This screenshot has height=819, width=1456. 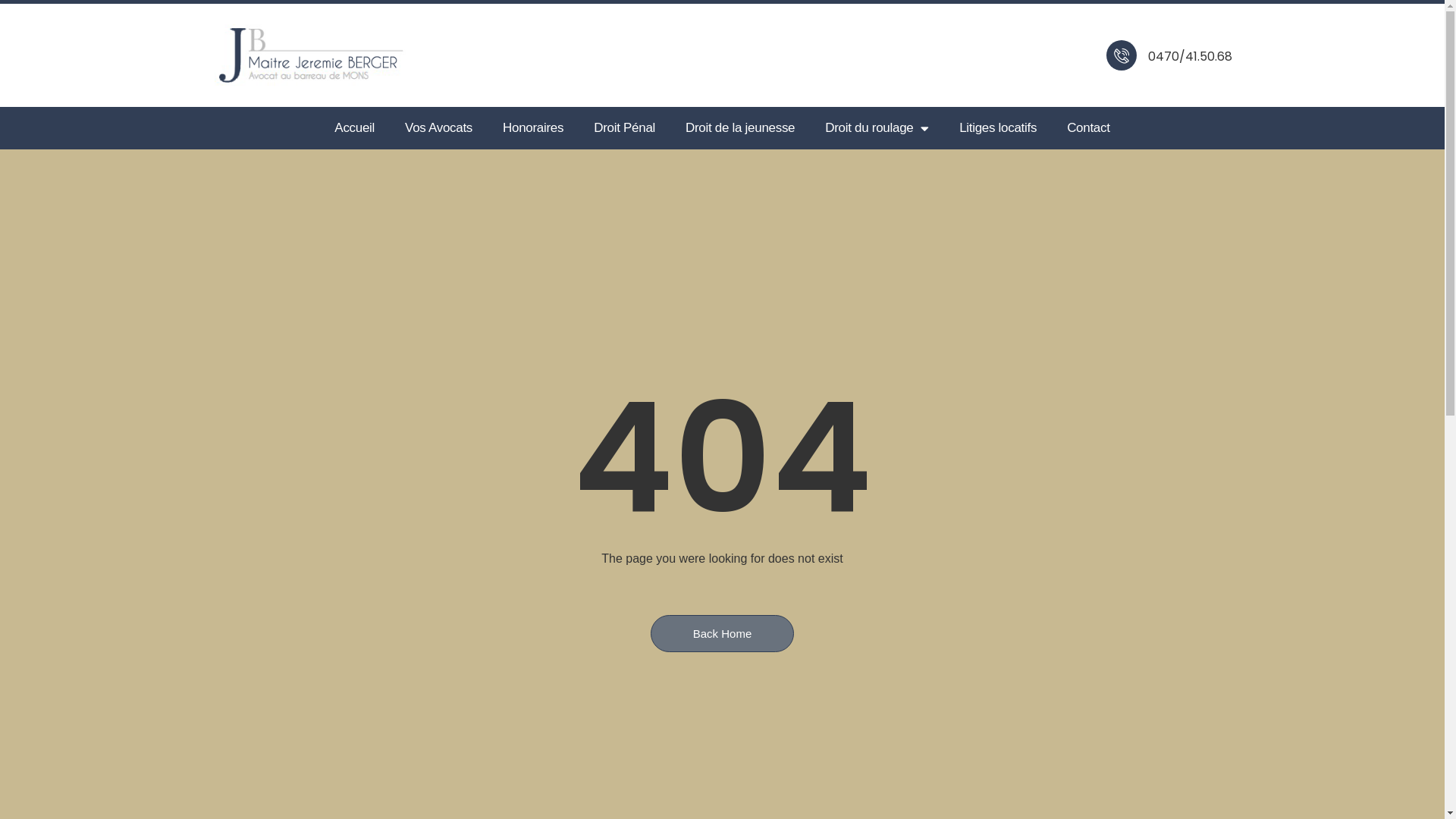 I want to click on 'Vos Avocats', so click(x=438, y=127).